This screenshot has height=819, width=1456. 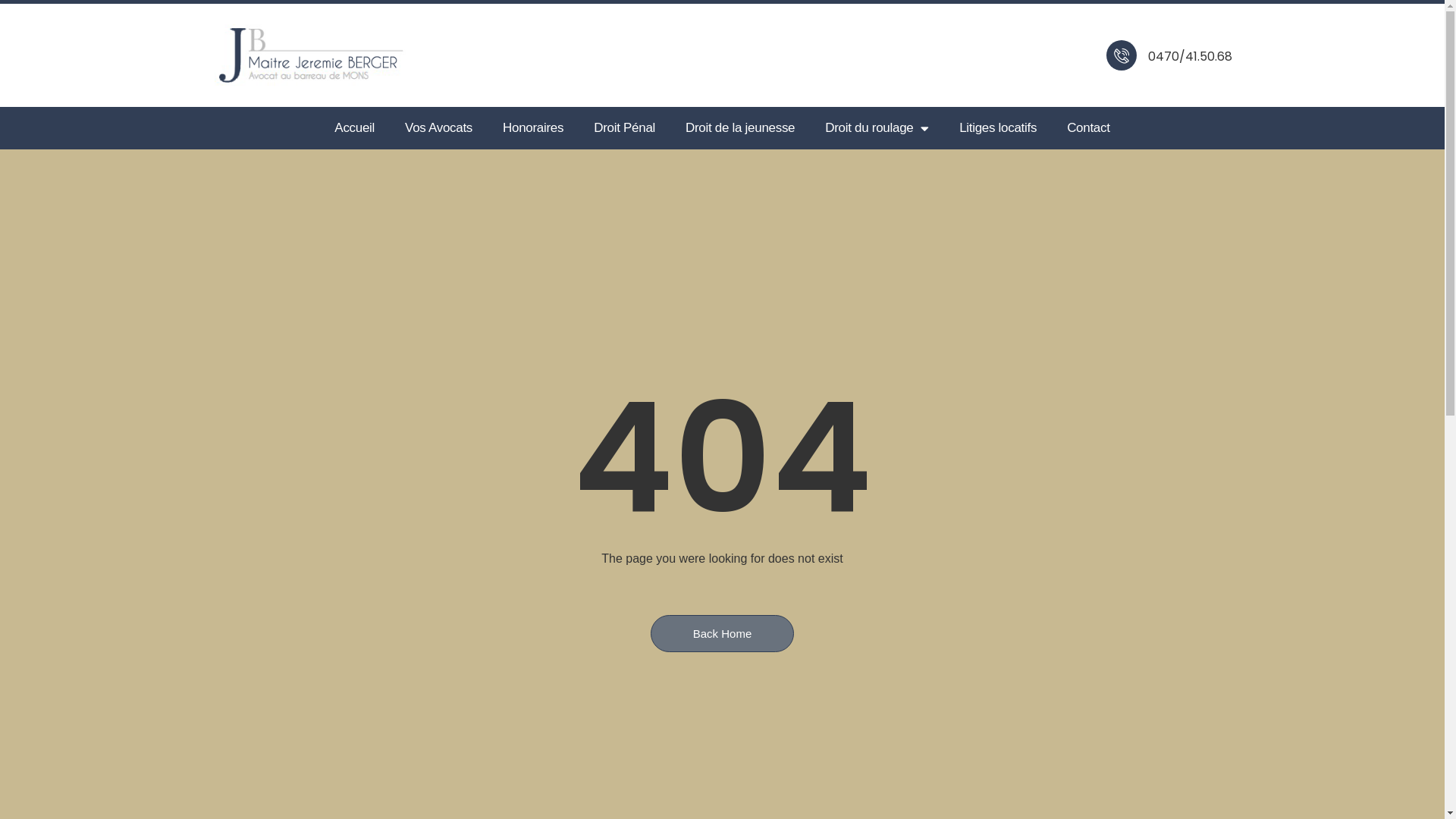 I want to click on 'Vos Avocats', so click(x=438, y=127).